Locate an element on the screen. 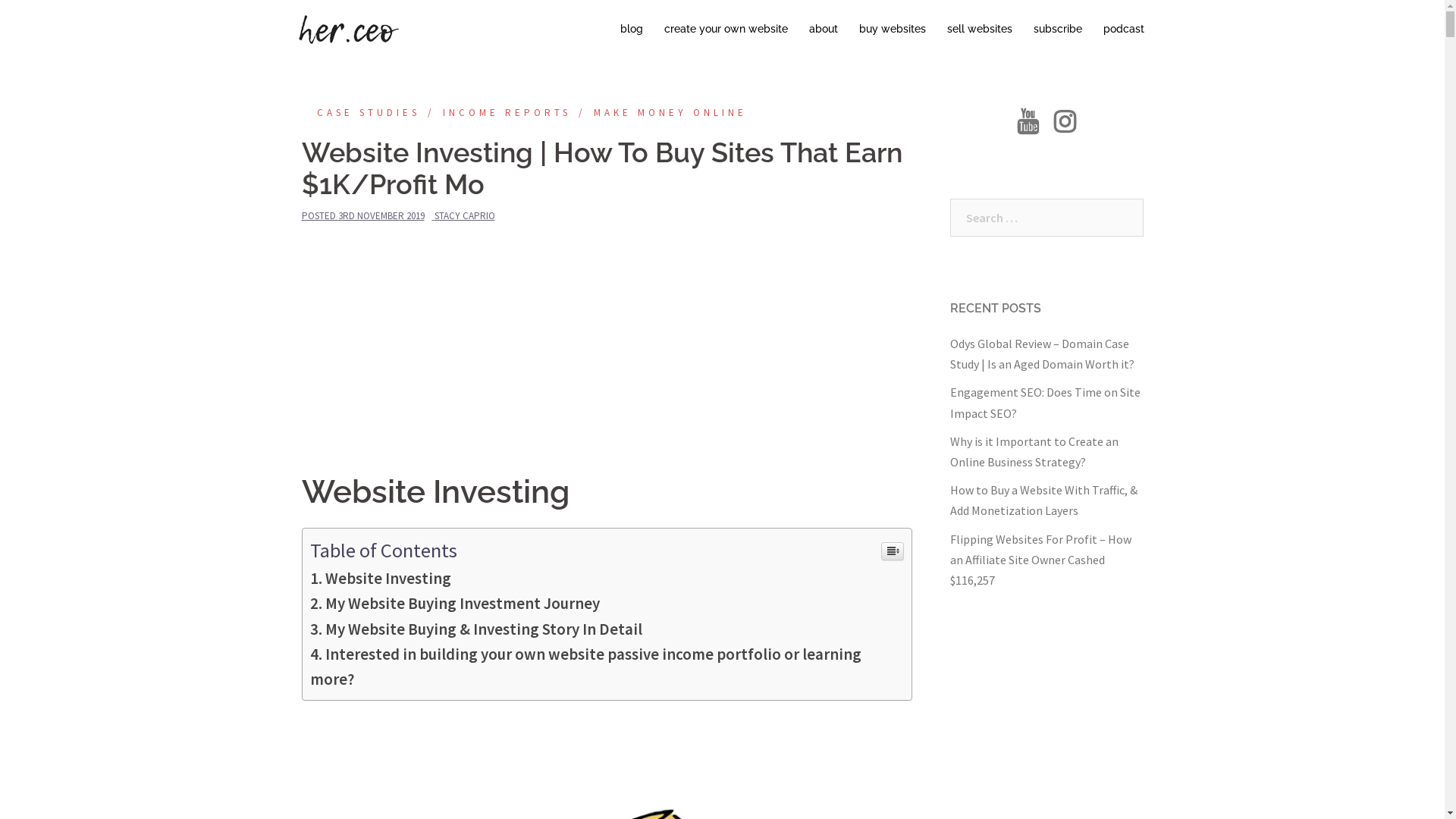 This screenshot has height=819, width=1456. 'buy websites' is located at coordinates (892, 29).